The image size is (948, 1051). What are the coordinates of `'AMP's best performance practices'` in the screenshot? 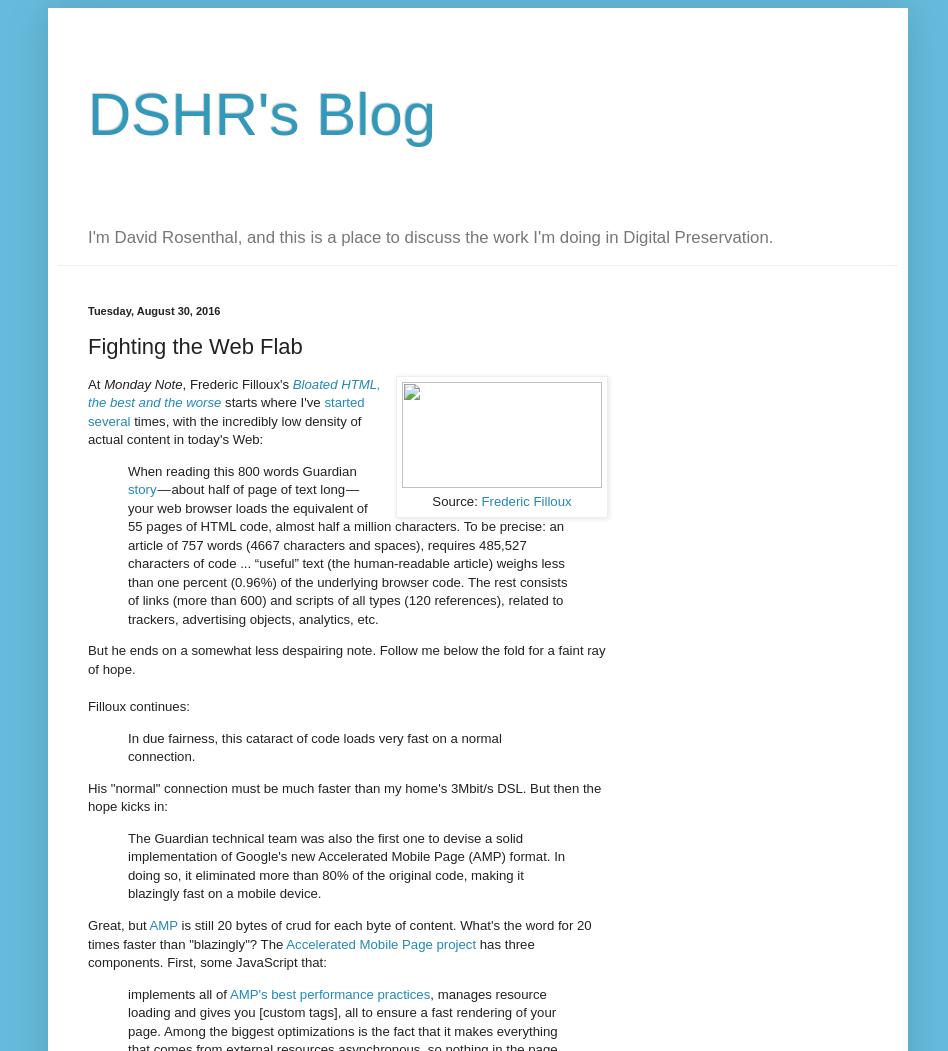 It's located at (329, 993).